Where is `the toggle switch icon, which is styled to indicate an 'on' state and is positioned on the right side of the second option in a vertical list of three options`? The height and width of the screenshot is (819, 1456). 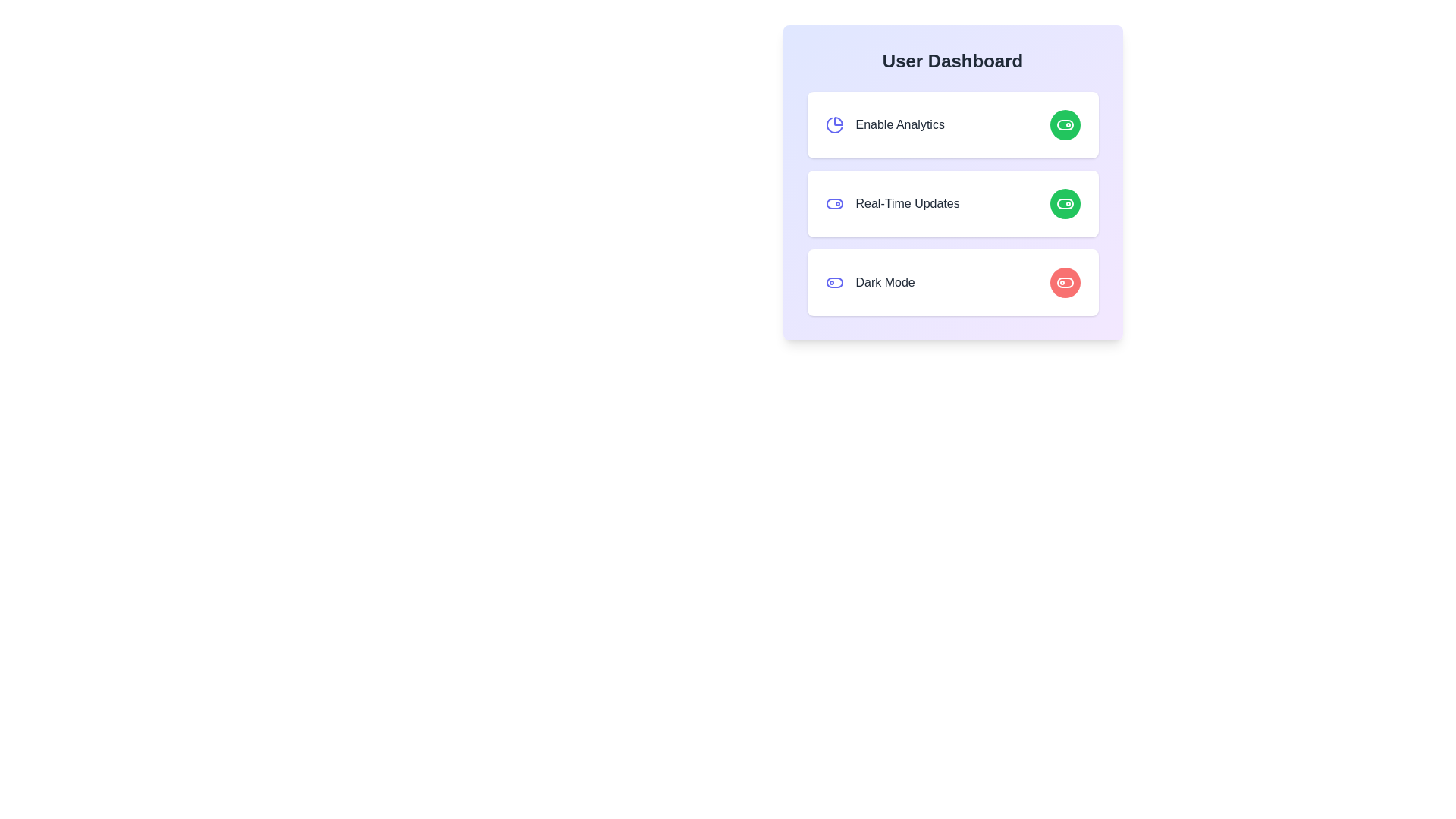
the toggle switch icon, which is styled to indicate an 'on' state and is positioned on the right side of the second option in a vertical list of three options is located at coordinates (1064, 124).